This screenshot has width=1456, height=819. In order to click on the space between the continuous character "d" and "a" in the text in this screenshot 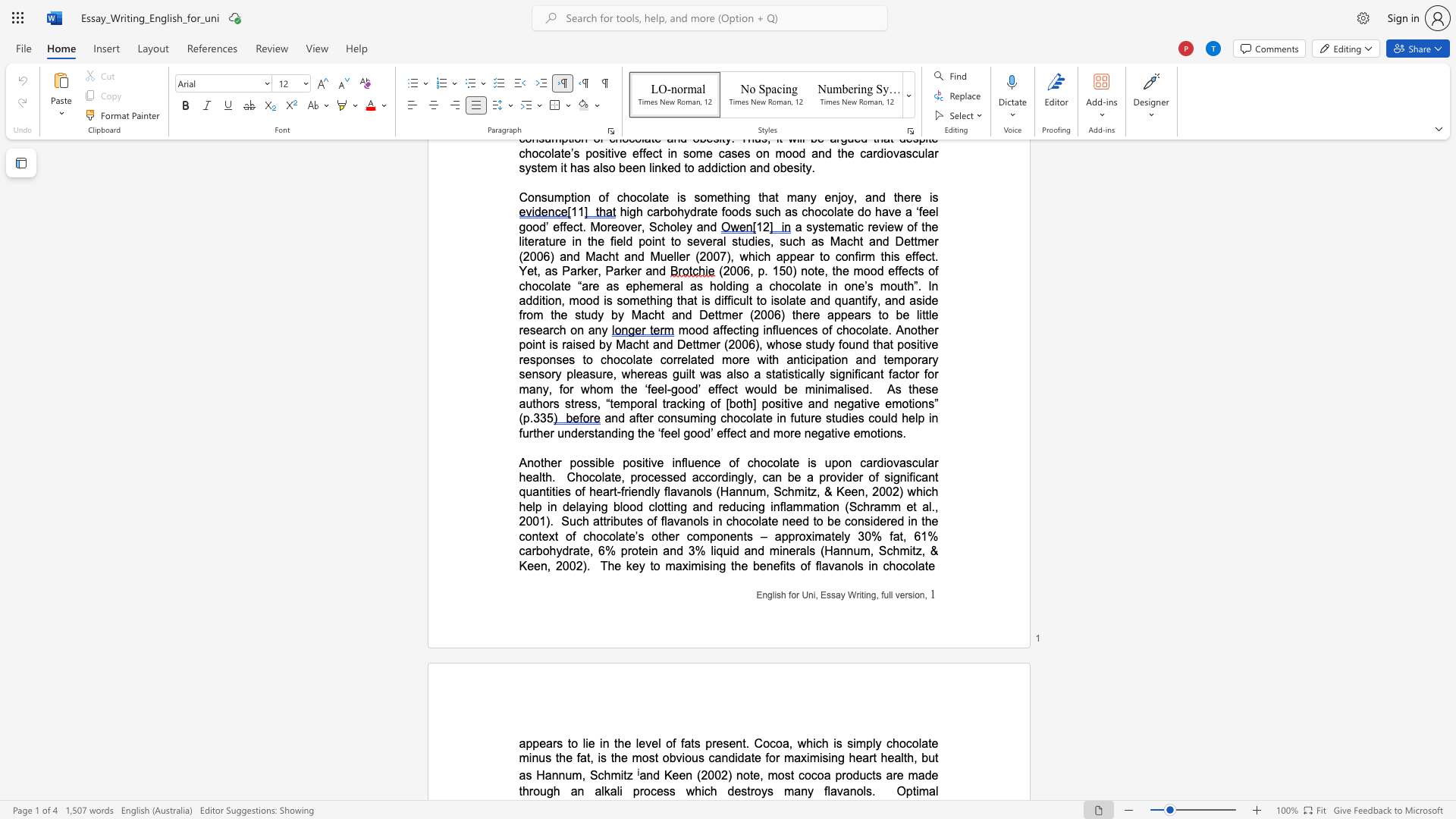, I will do `click(744, 758)`.